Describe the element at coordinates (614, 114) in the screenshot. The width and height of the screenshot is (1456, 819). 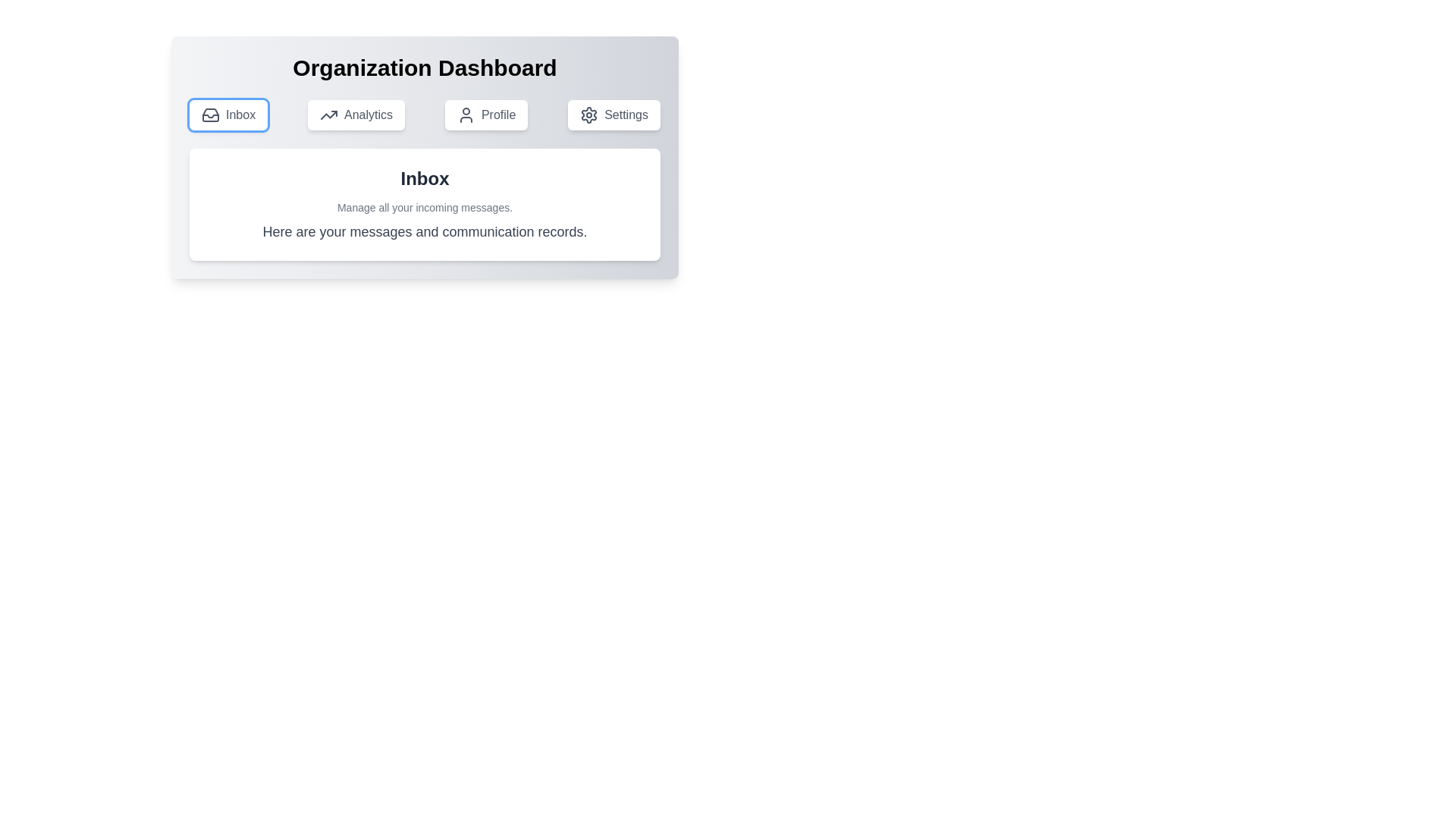
I see `the fourth button in the horizontal navigation row` at that location.